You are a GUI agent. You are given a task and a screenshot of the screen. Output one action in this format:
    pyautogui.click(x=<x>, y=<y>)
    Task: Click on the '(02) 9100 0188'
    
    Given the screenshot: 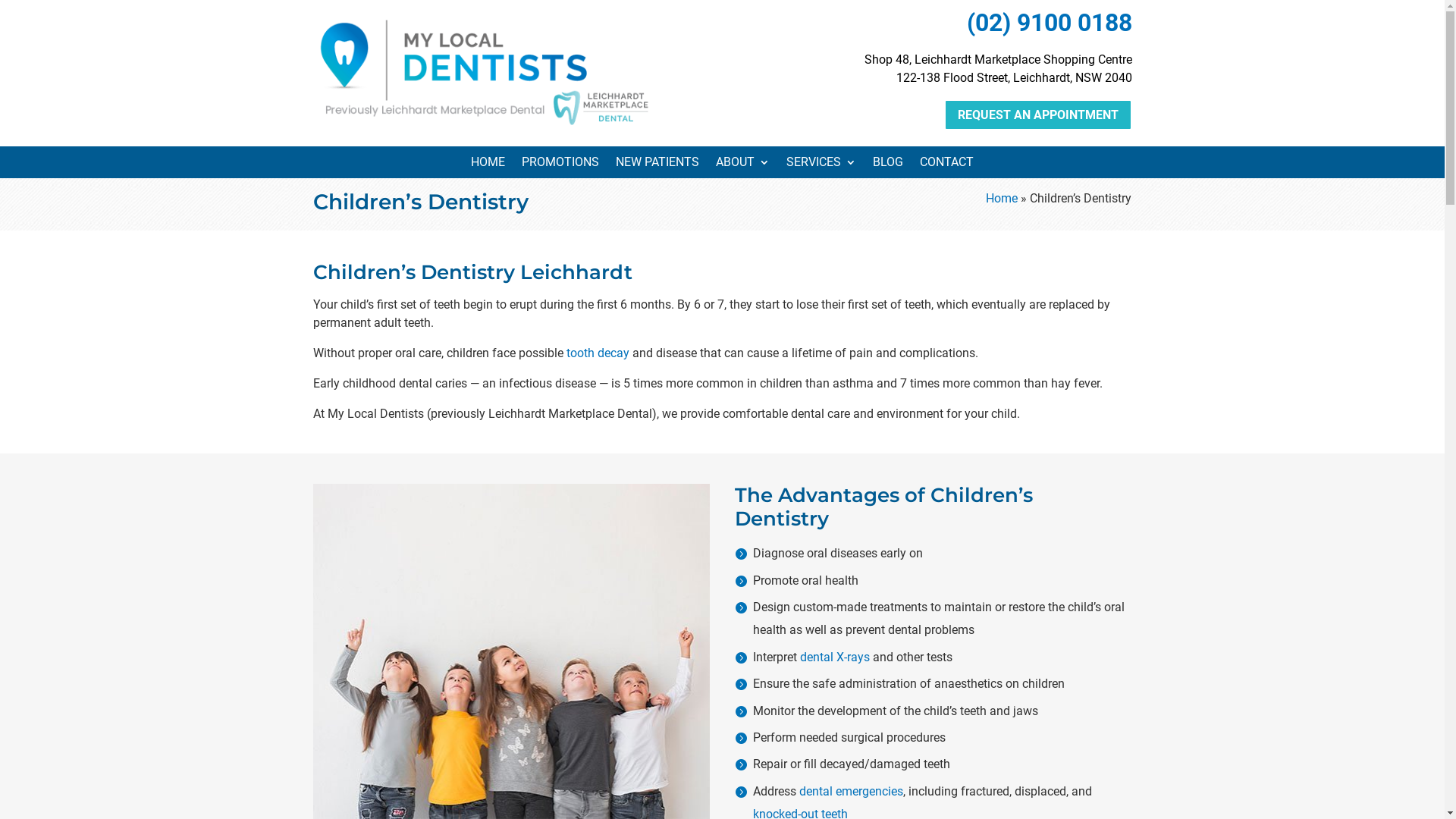 What is the action you would take?
    pyautogui.click(x=965, y=23)
    